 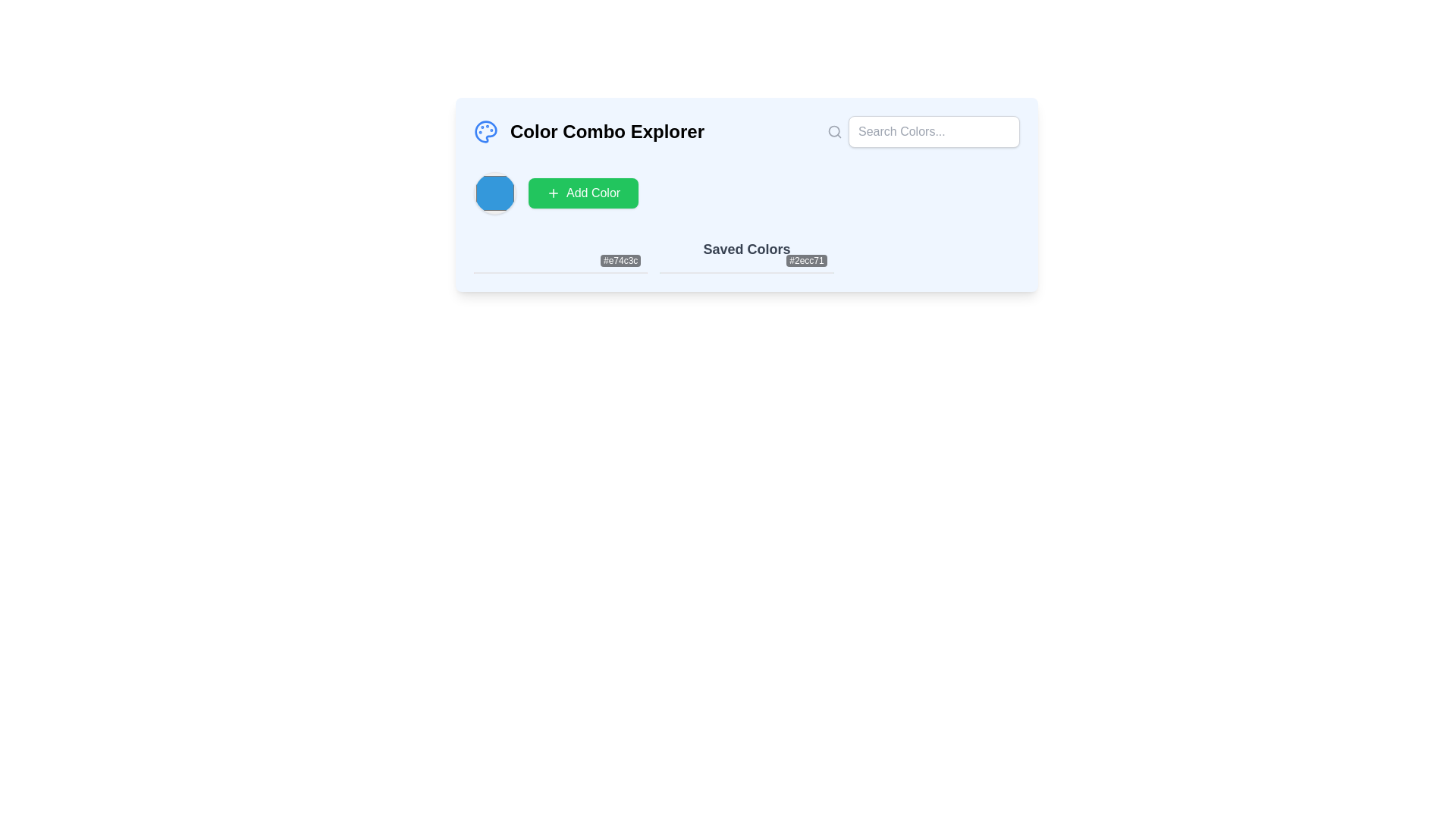 I want to click on the button used to add a new color to the list in the Color Combo Explorer section, so click(x=582, y=192).